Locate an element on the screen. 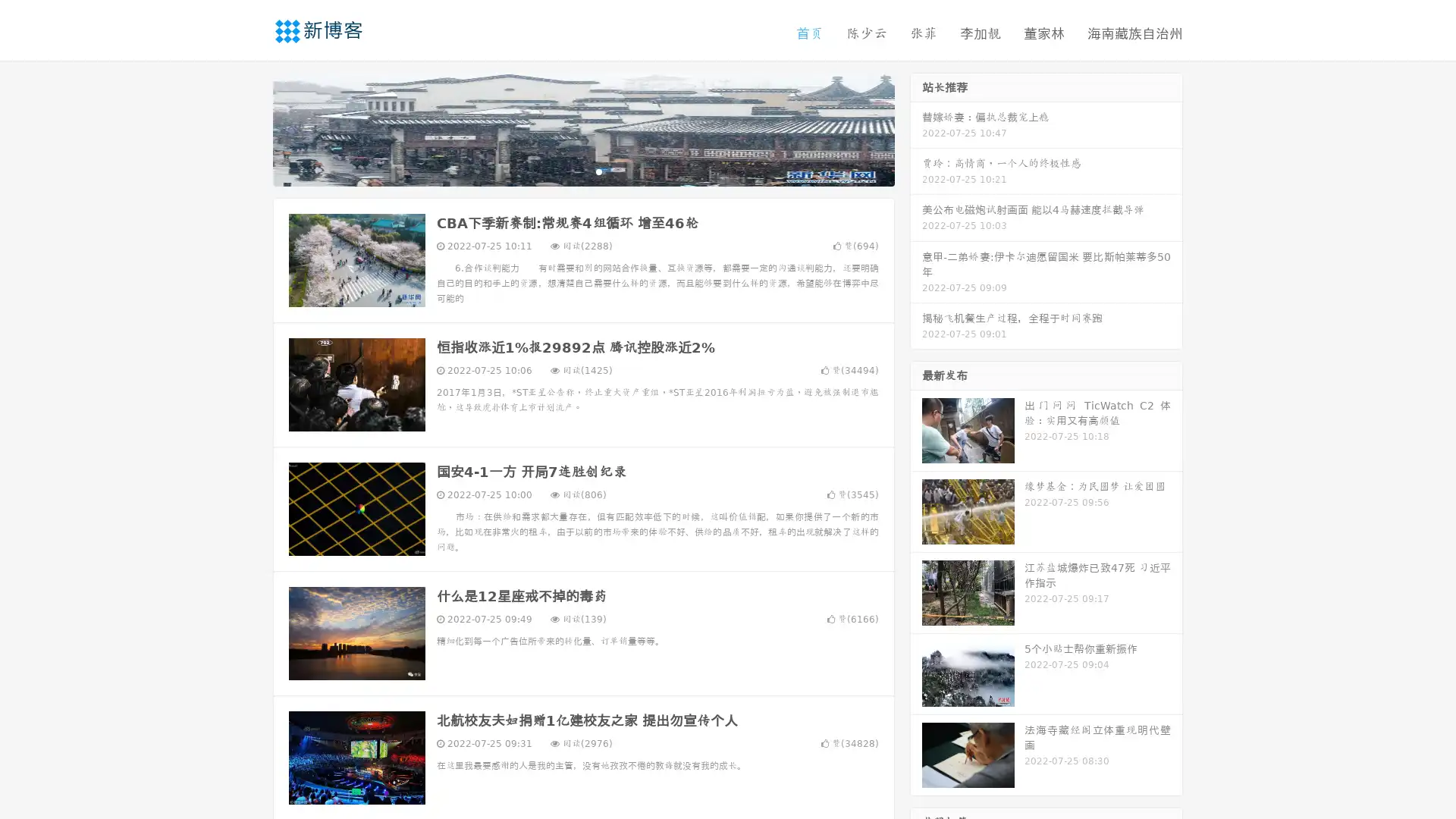 The image size is (1456, 819). Go to slide 1 is located at coordinates (567, 171).